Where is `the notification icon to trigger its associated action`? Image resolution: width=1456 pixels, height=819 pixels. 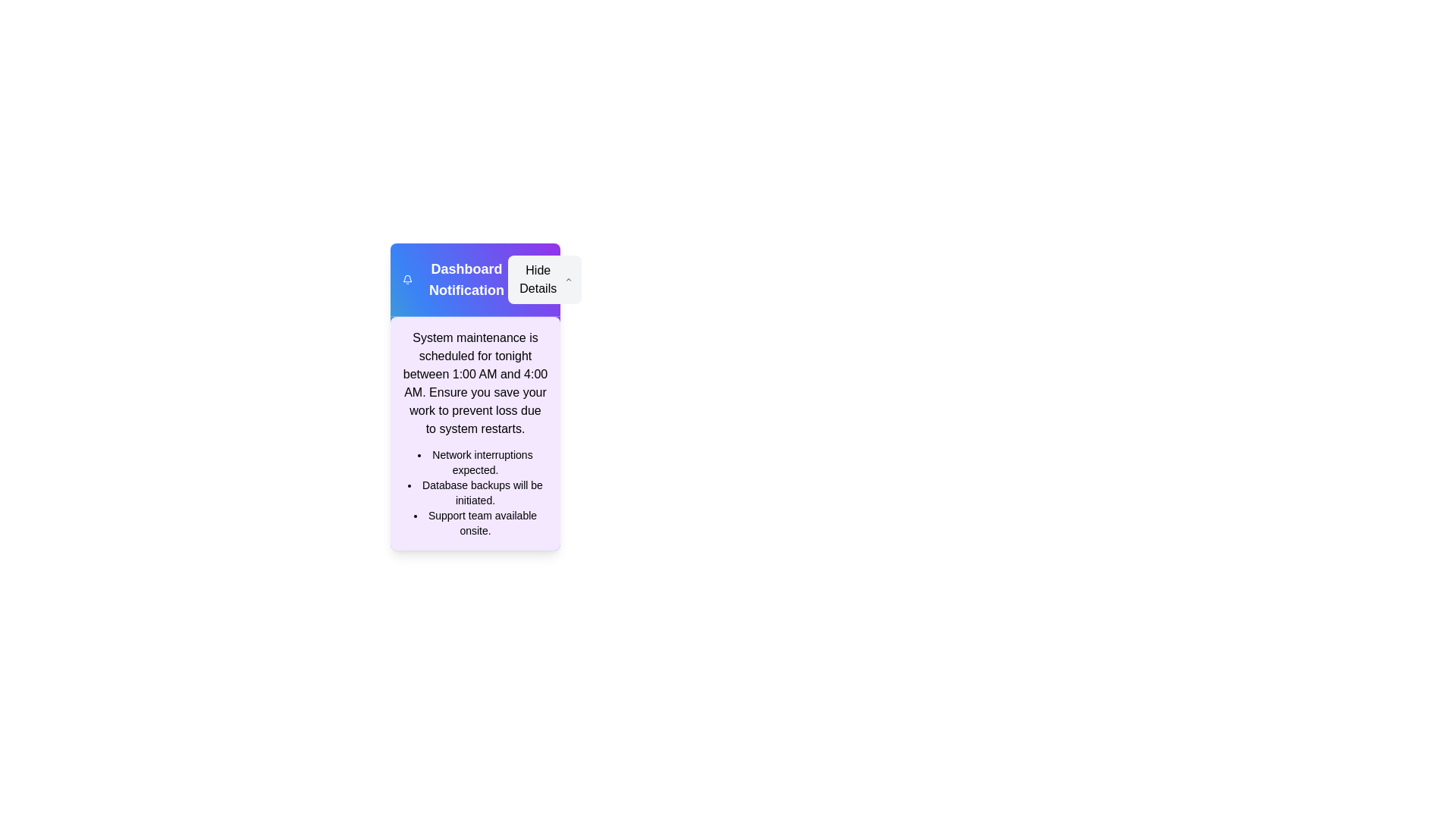 the notification icon to trigger its associated action is located at coordinates (407, 280).